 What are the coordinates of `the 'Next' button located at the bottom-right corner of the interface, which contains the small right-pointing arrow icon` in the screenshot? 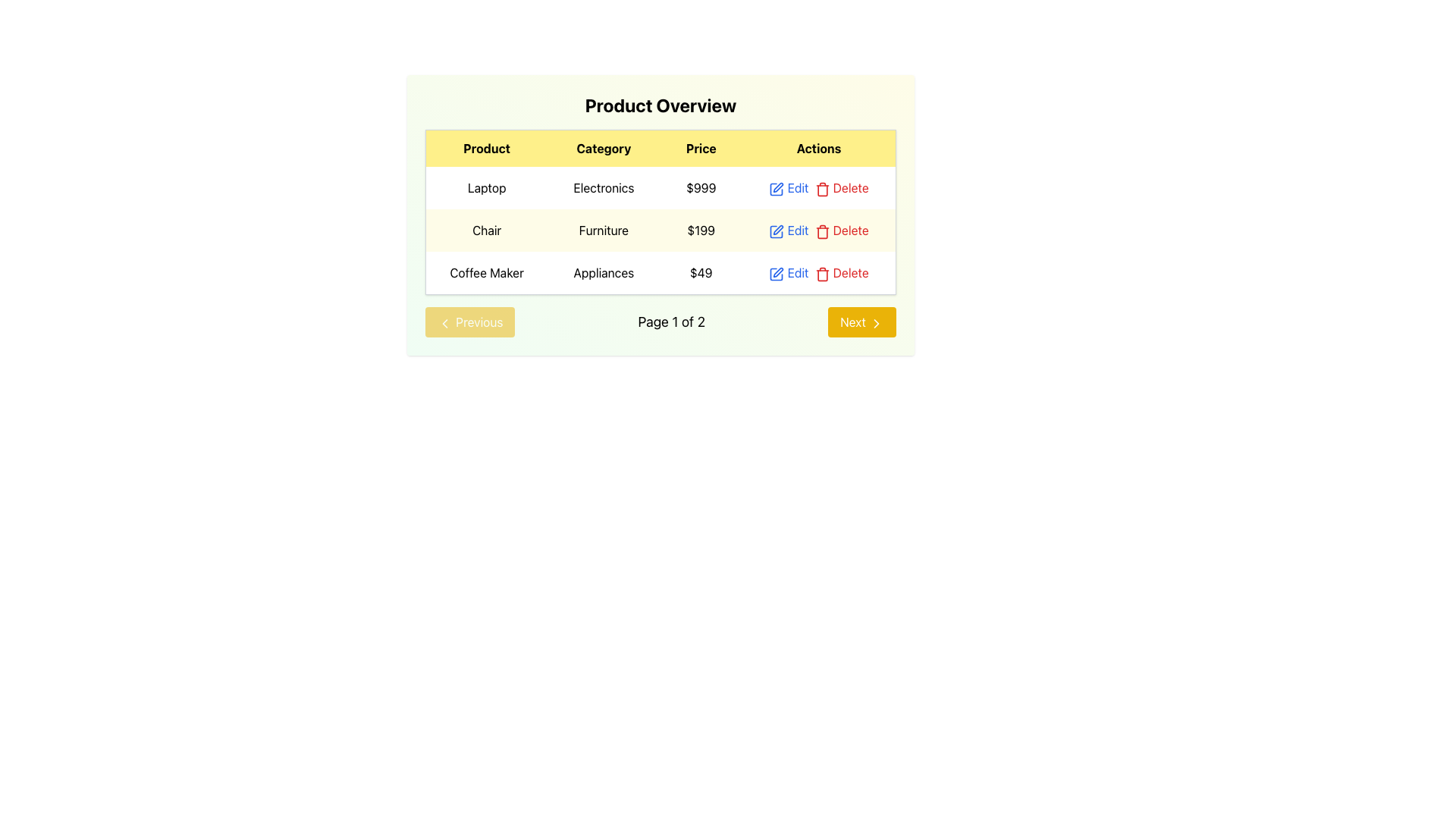 It's located at (877, 322).